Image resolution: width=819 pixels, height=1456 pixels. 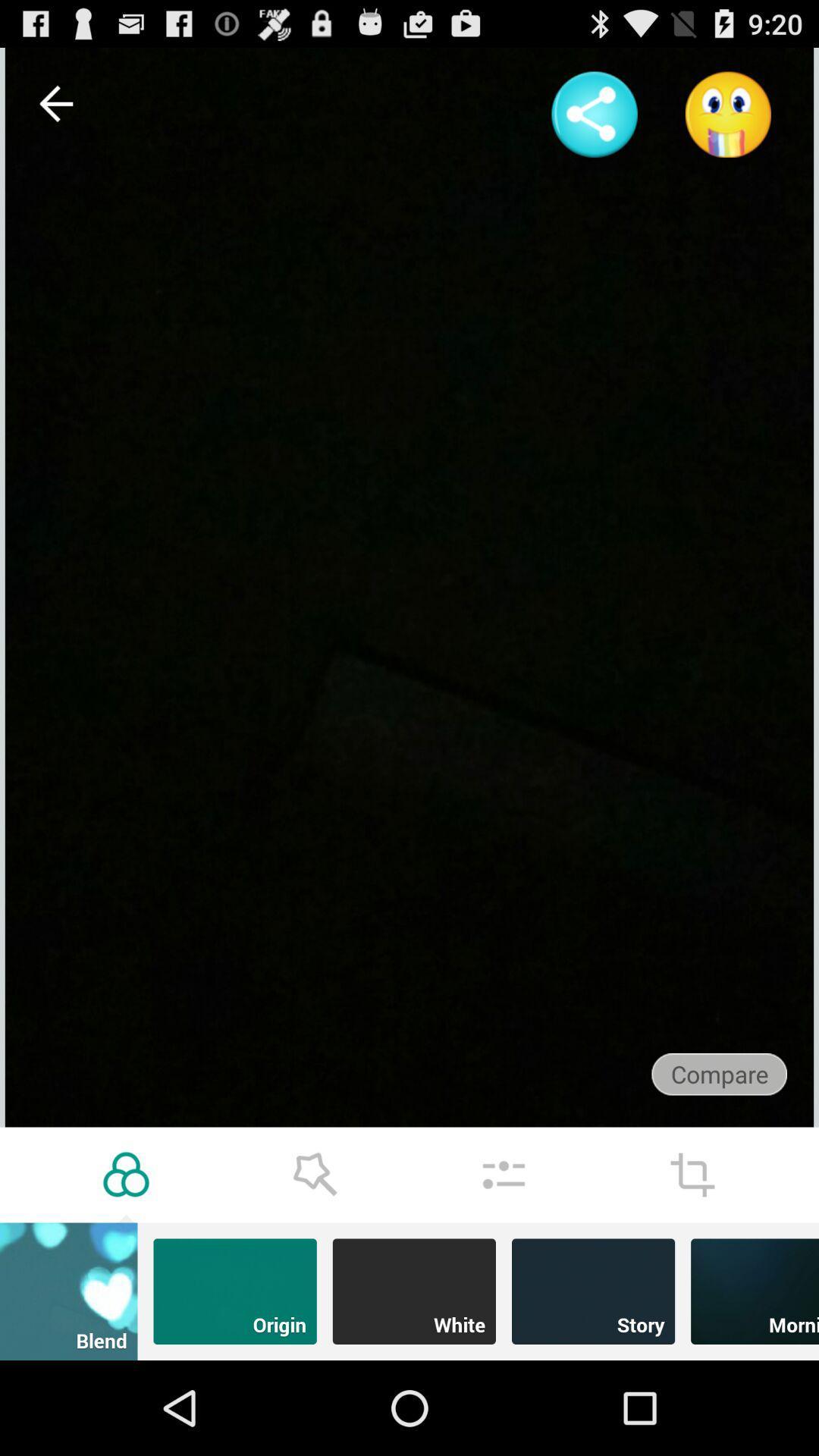 I want to click on apply filter, so click(x=125, y=1174).